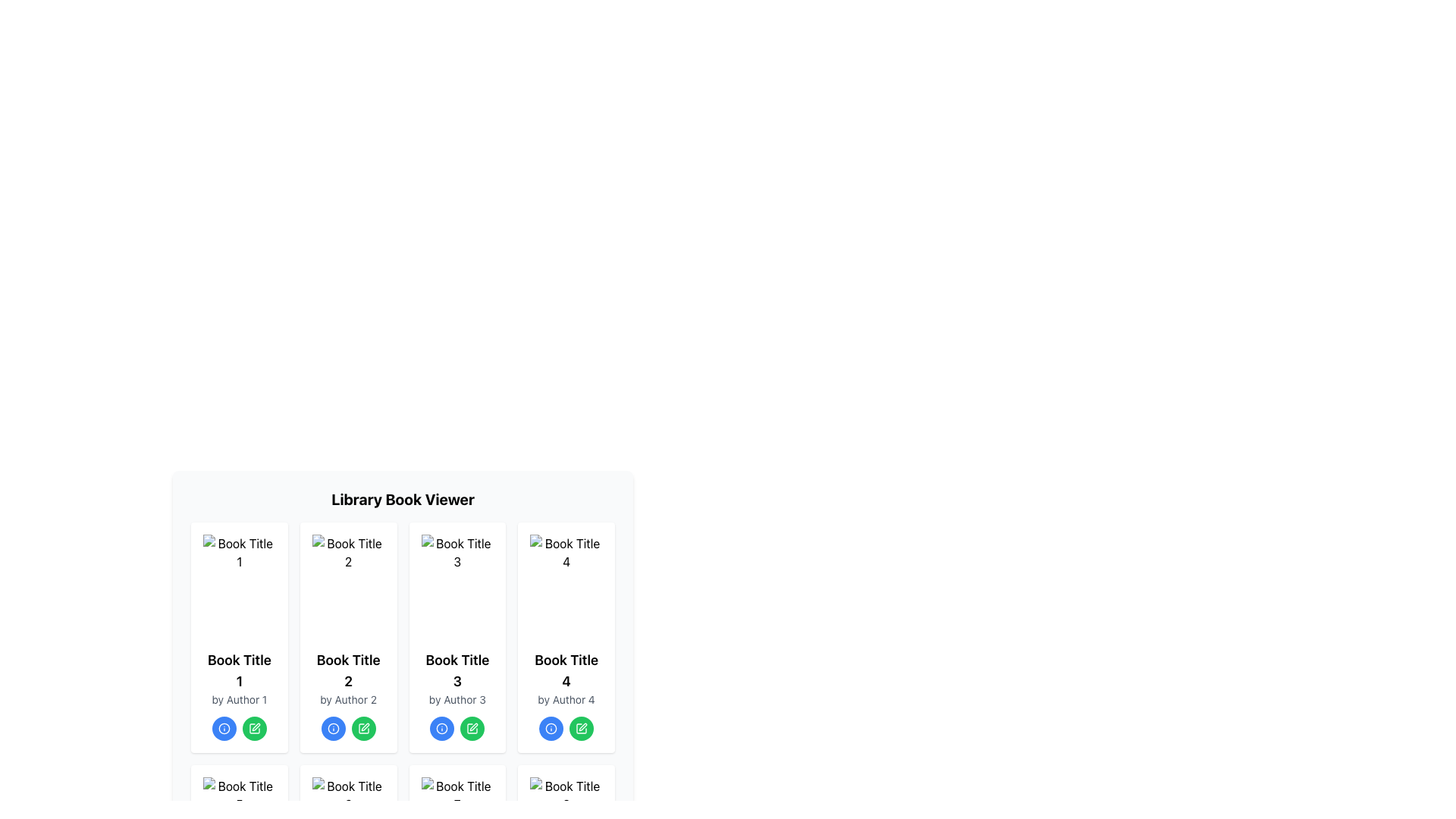 Image resolution: width=1456 pixels, height=819 pixels. Describe the element at coordinates (362, 727) in the screenshot. I see `the SVG graphic icon of a pen inside a square located at the bottom-right corner of the second card in the upper row of a 4-column grid` at that location.